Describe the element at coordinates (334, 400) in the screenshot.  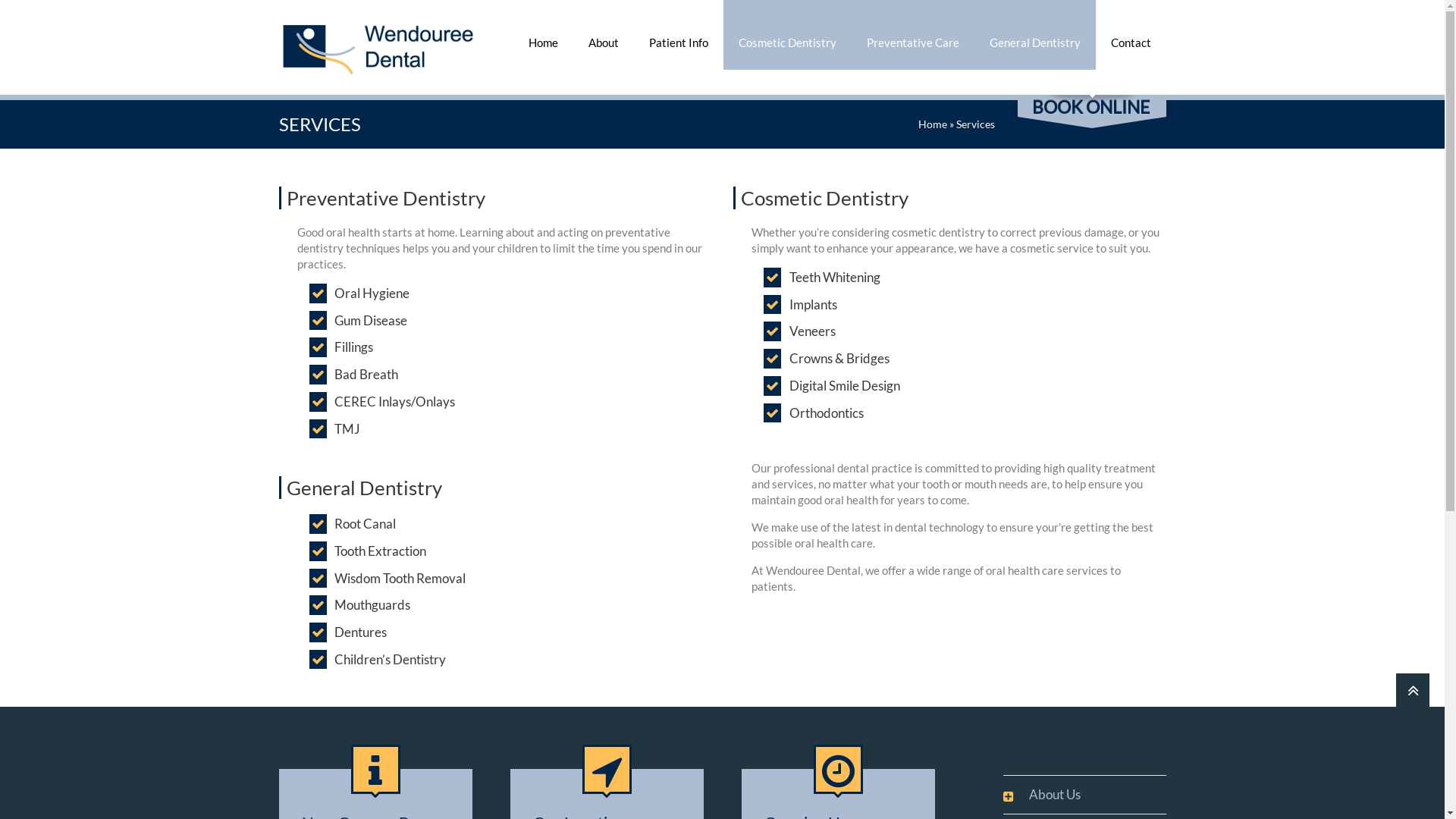
I see `'CEREC Inlays/Onlays'` at that location.